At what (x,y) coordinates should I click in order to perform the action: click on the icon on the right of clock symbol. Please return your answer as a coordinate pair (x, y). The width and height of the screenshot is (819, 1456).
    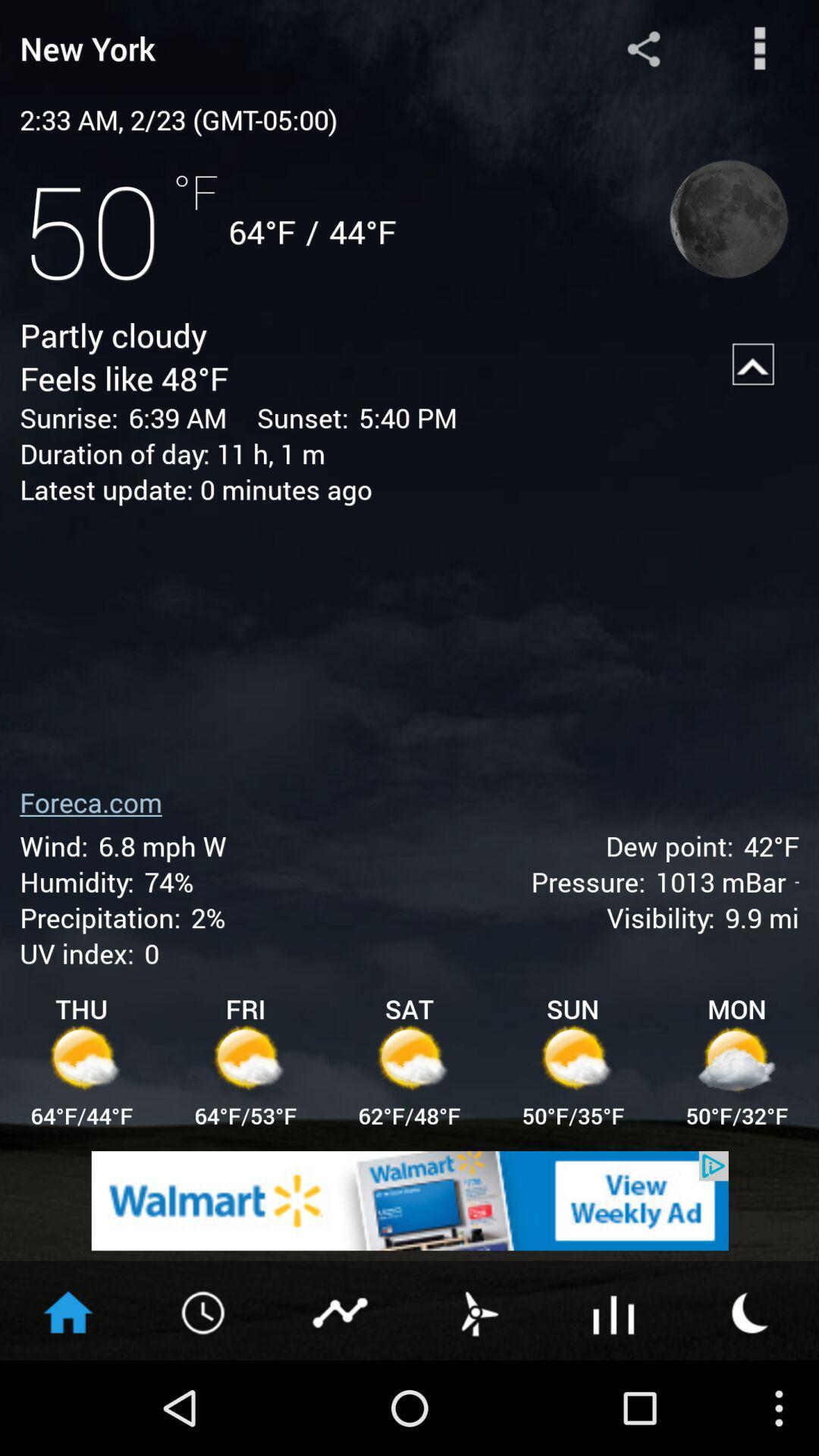
    Looking at the image, I should click on (341, 1310).